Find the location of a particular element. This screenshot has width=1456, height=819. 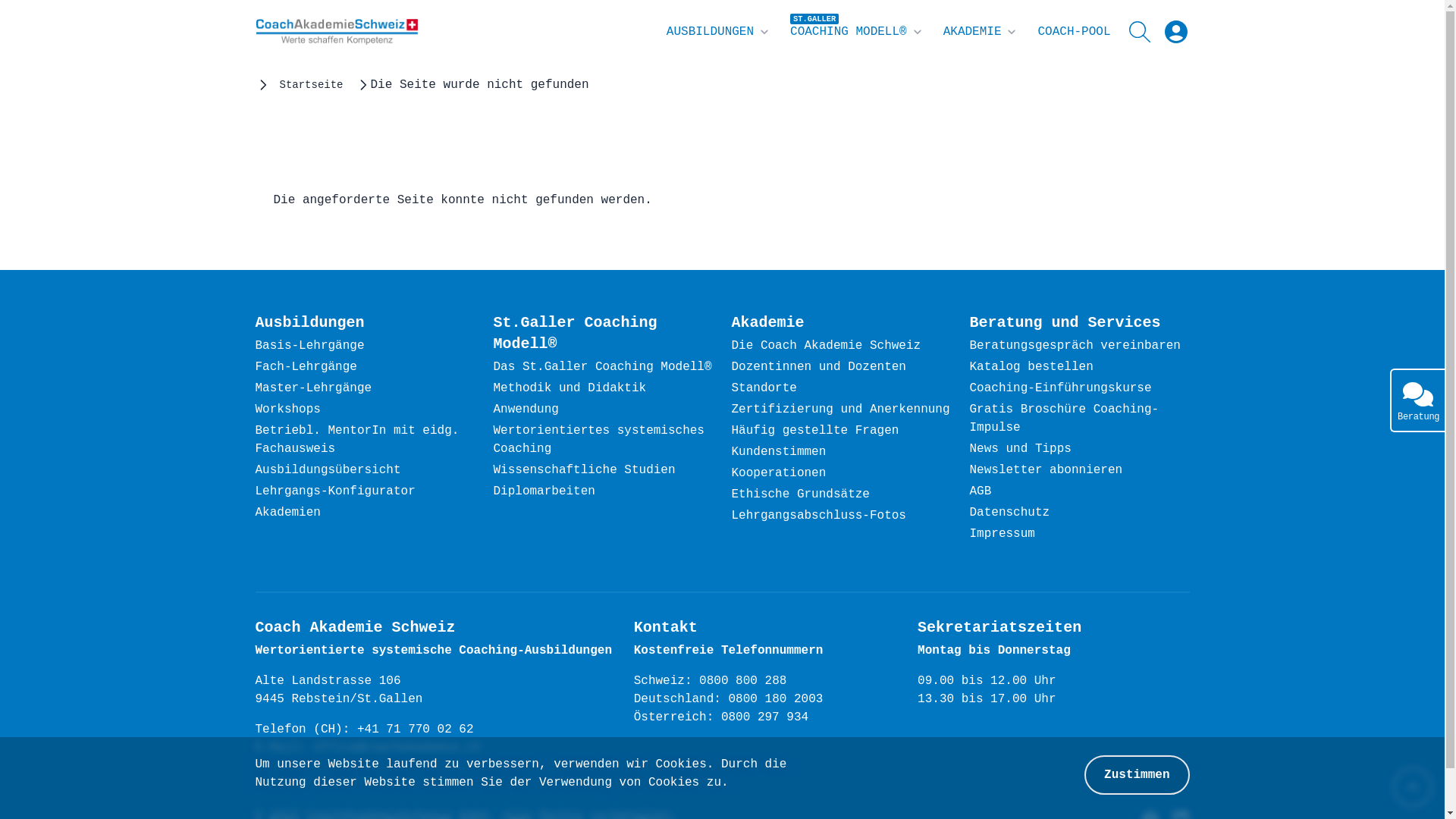

'CoachAkademieSchweiz' is located at coordinates (335, 32).